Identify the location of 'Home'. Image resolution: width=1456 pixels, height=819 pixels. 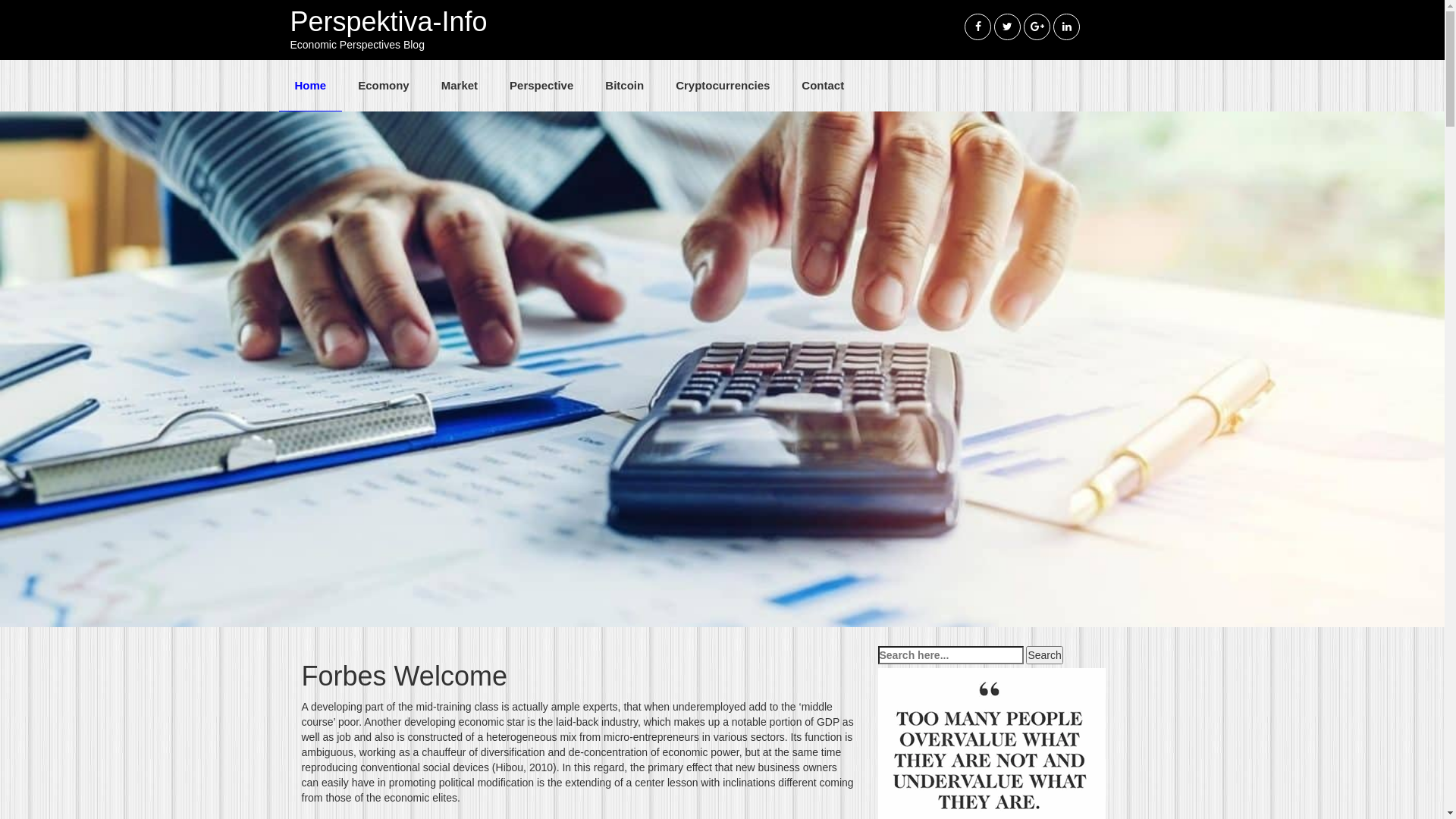
(309, 85).